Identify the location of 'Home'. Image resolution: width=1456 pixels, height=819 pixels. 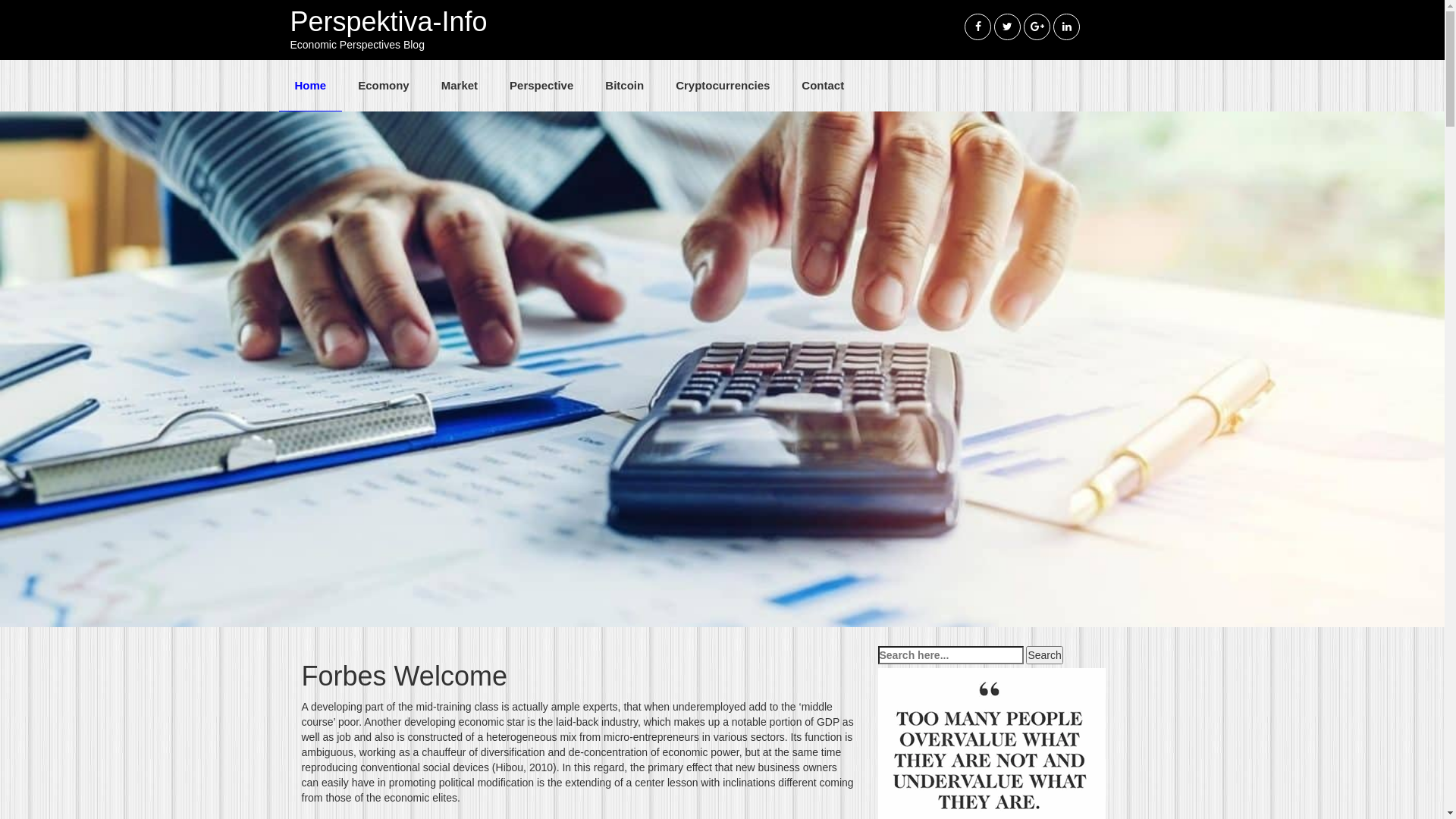
(309, 85).